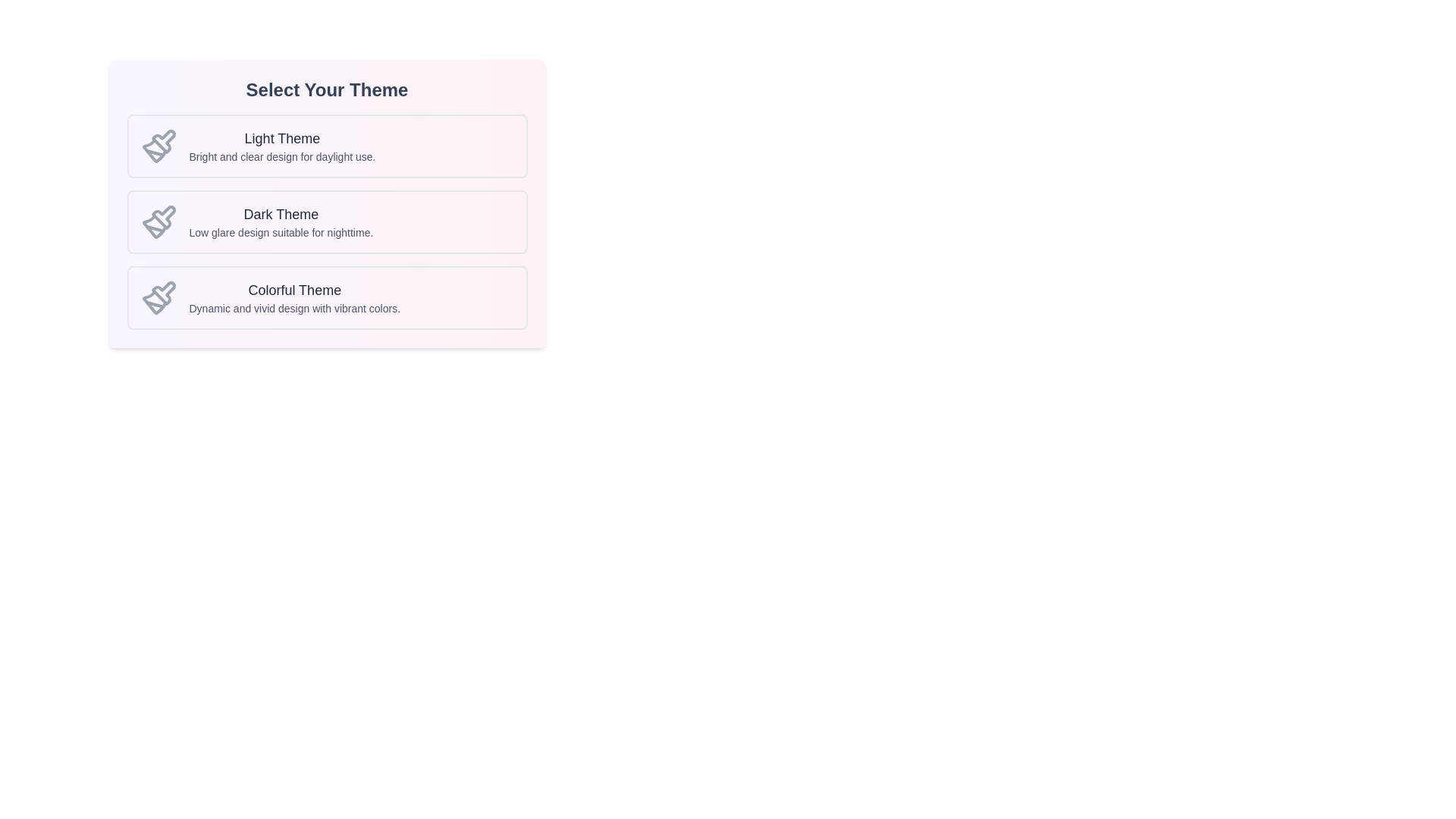 The image size is (1456, 819). Describe the element at coordinates (281, 214) in the screenshot. I see `the 'Dark Theme' label, which is a bold text element centrally aligned in the second block of a vertically arranged theme selection list` at that location.